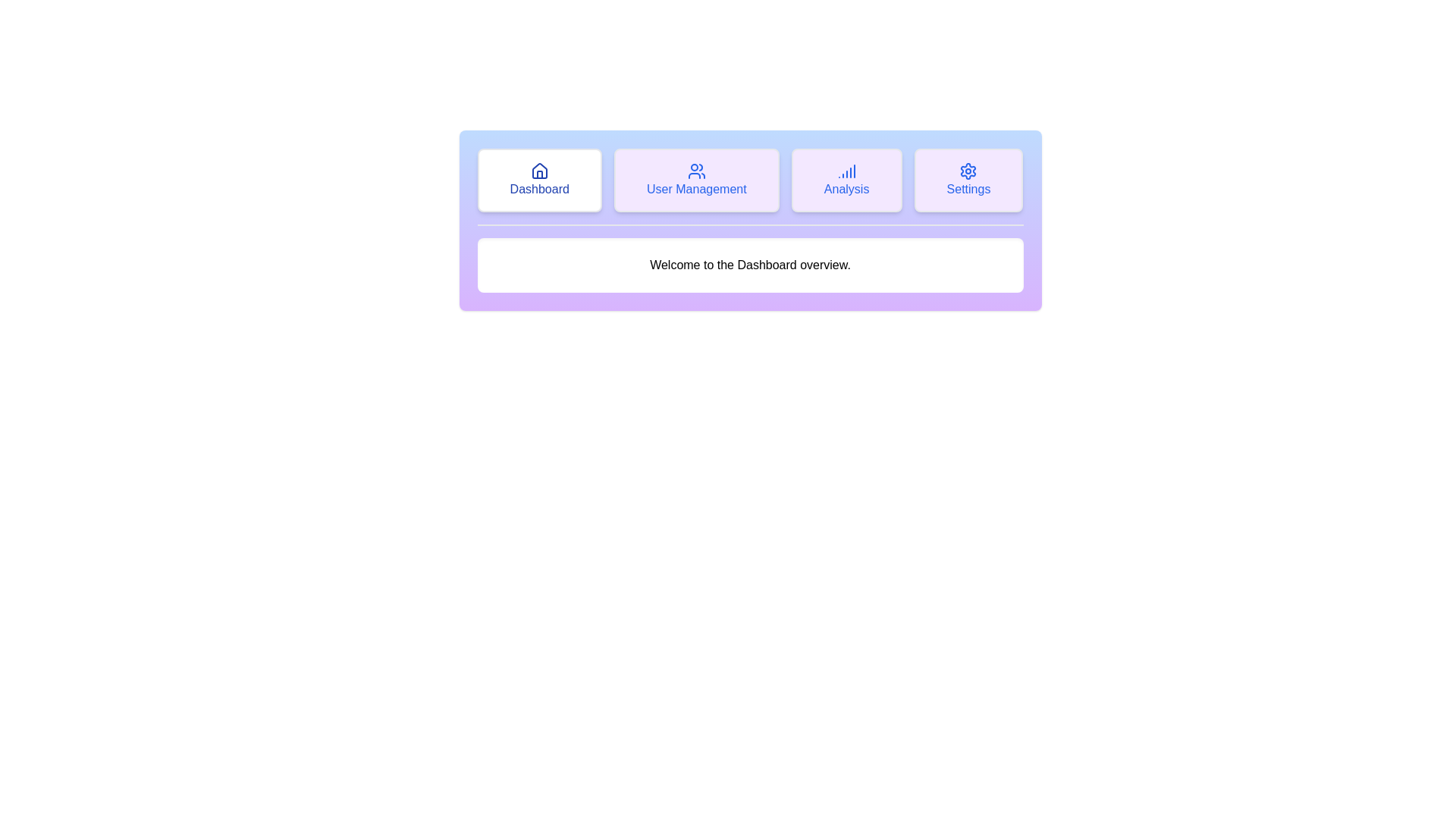 The image size is (1456, 819). What do you see at coordinates (846, 189) in the screenshot?
I see `the static text label UI component displaying 'Analysis' in a bold blue font, which is located in the top menu section, specifically the third option from the left` at bounding box center [846, 189].